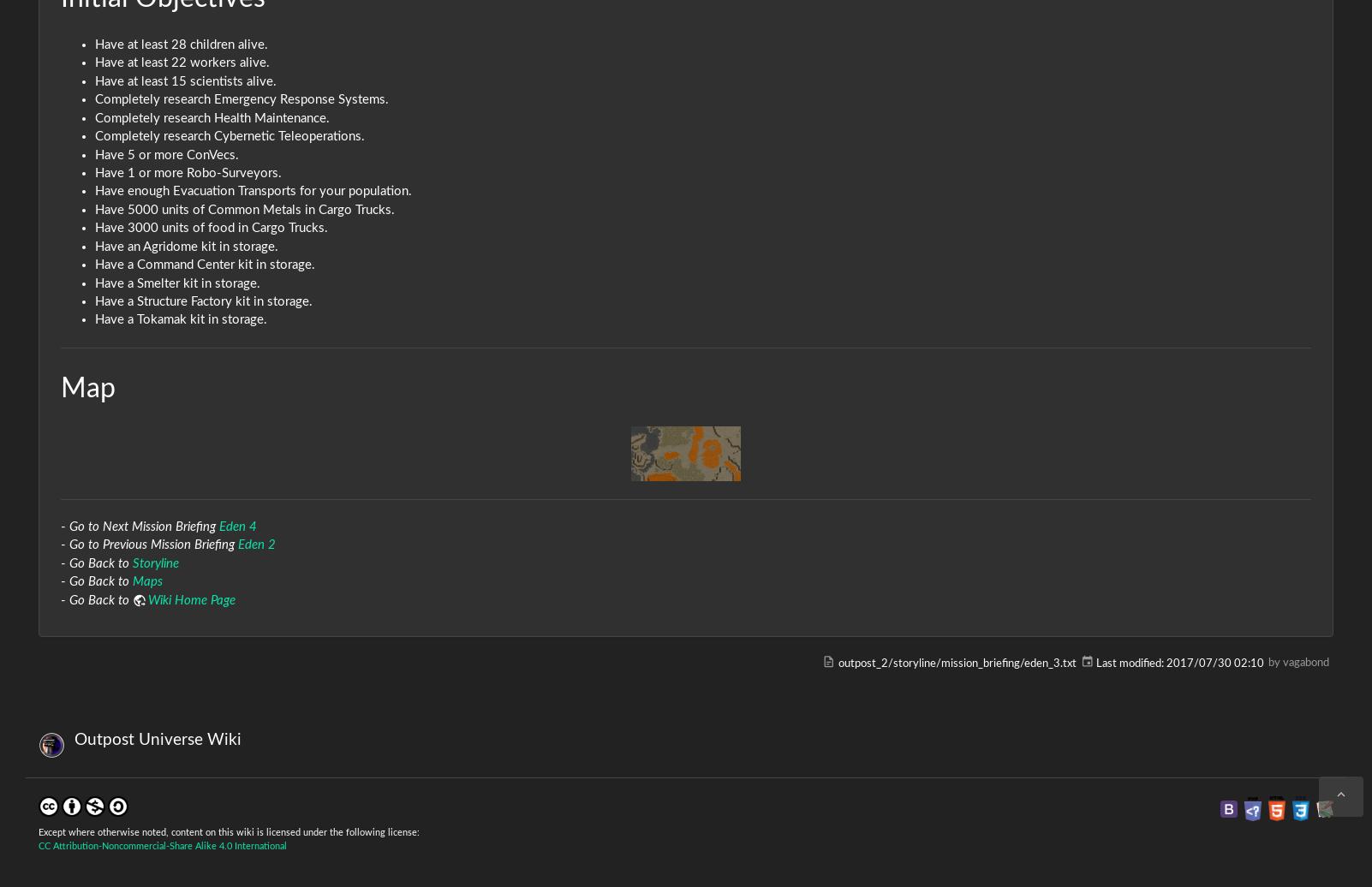  What do you see at coordinates (181, 319) in the screenshot?
I see `'Have a Tokamak kit in storage.'` at bounding box center [181, 319].